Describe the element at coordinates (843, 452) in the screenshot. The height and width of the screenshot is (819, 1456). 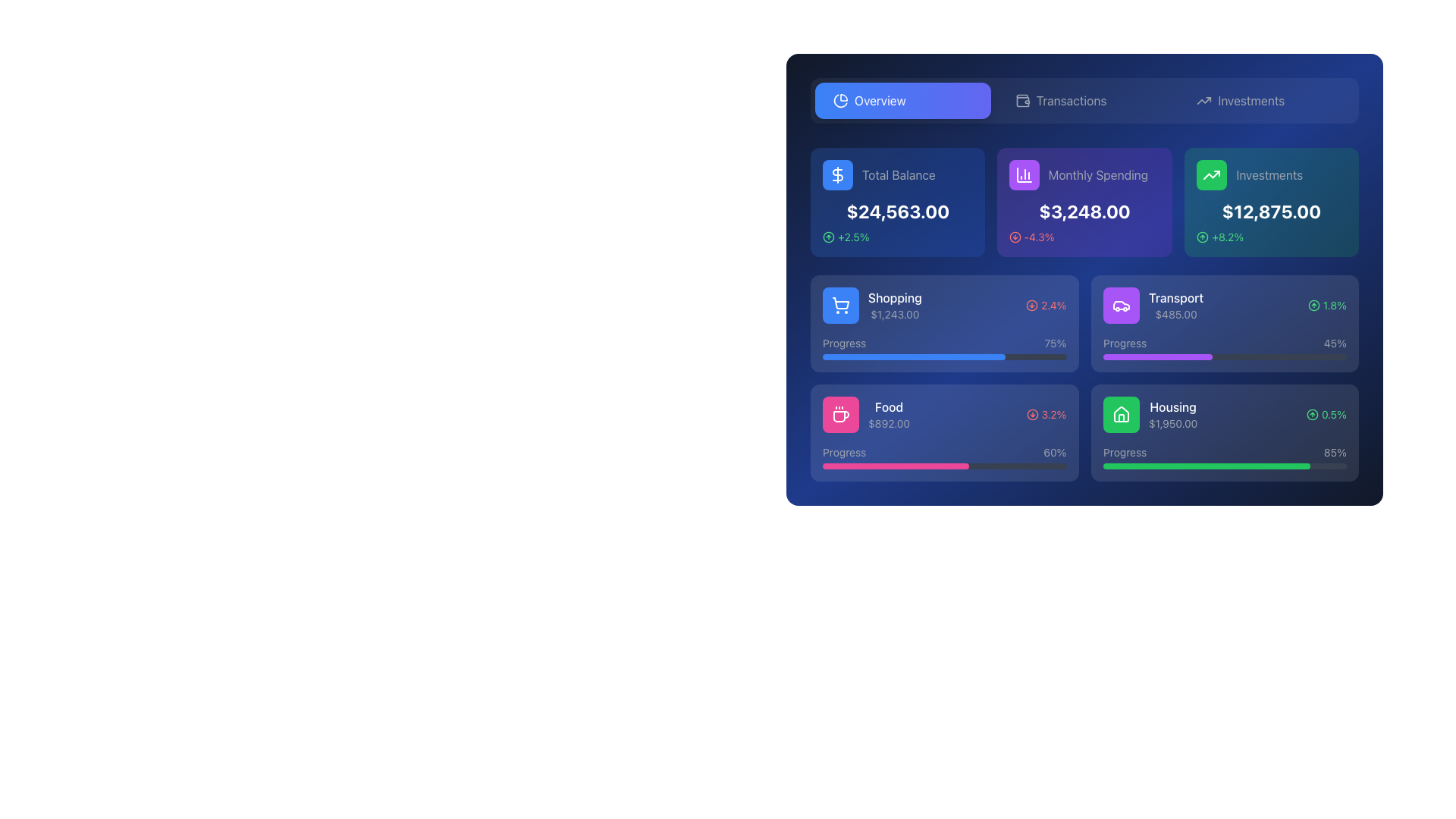
I see `the descriptive label in the 'Food' section of the dashboard that provides context for the progress bar and is positioned to the left of the numeric value '60%` at that location.